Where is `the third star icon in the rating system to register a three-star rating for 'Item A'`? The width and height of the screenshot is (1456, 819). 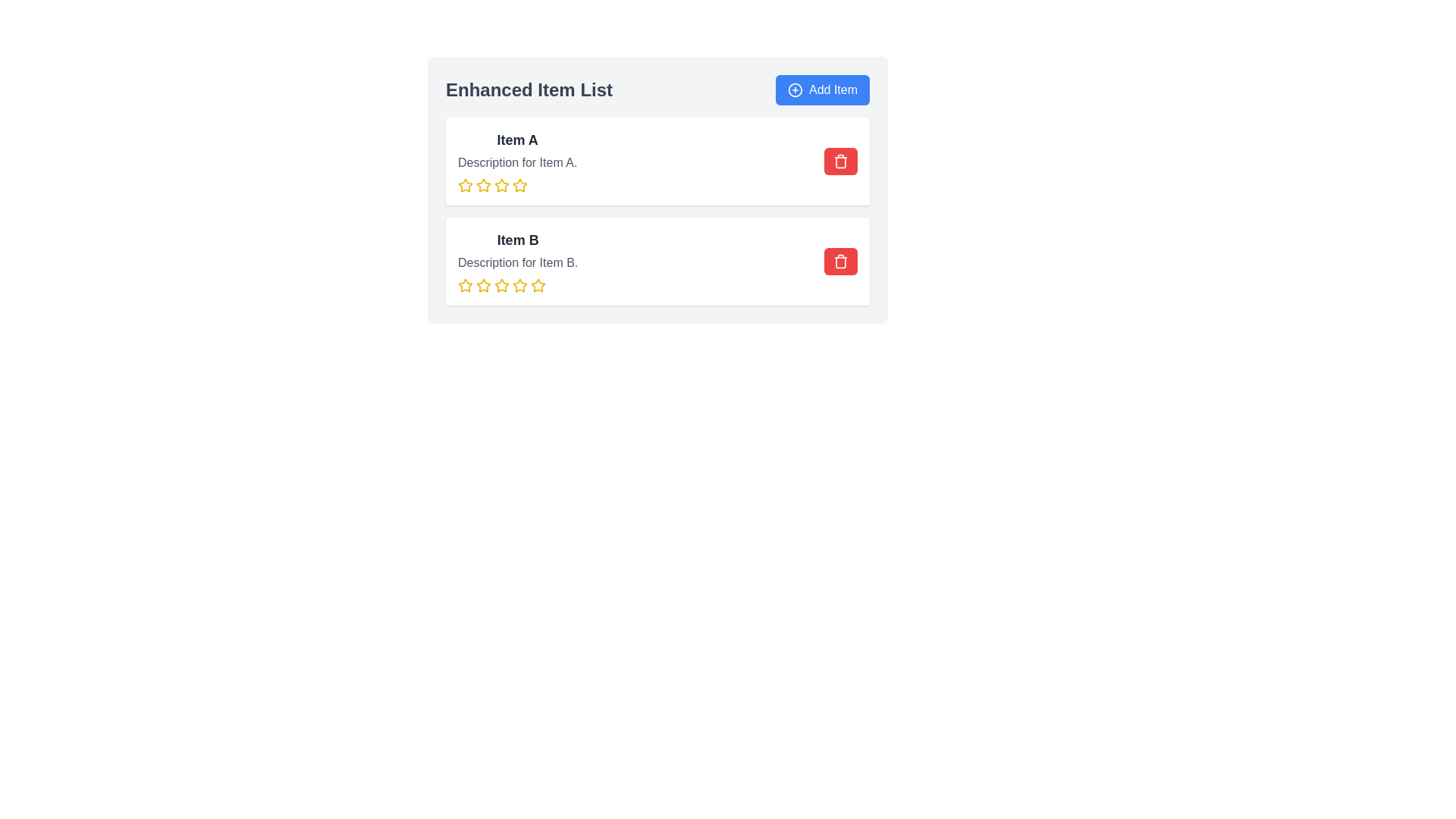
the third star icon in the rating system to register a three-star rating for 'Item A' is located at coordinates (483, 185).